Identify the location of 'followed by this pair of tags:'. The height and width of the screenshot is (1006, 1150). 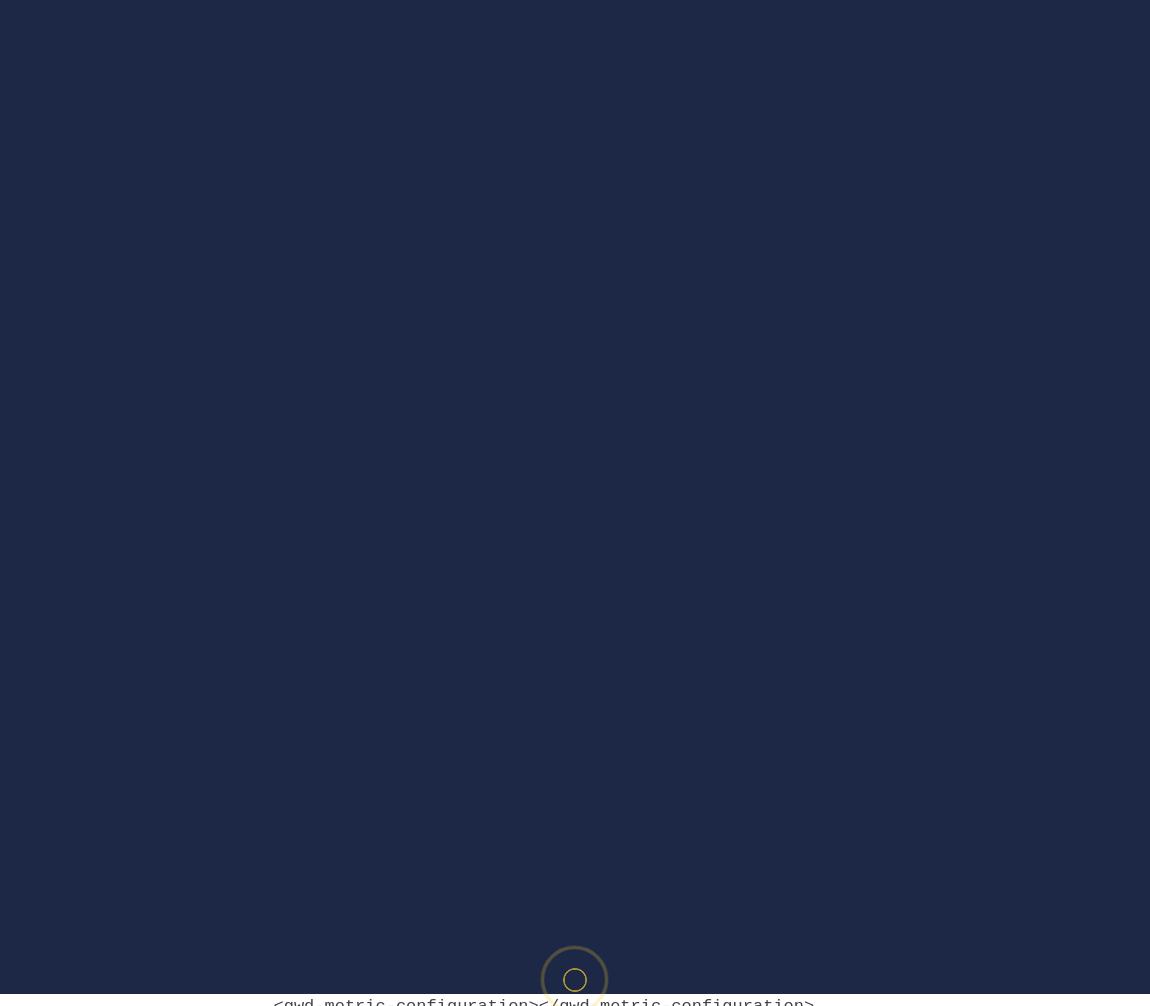
(389, 958).